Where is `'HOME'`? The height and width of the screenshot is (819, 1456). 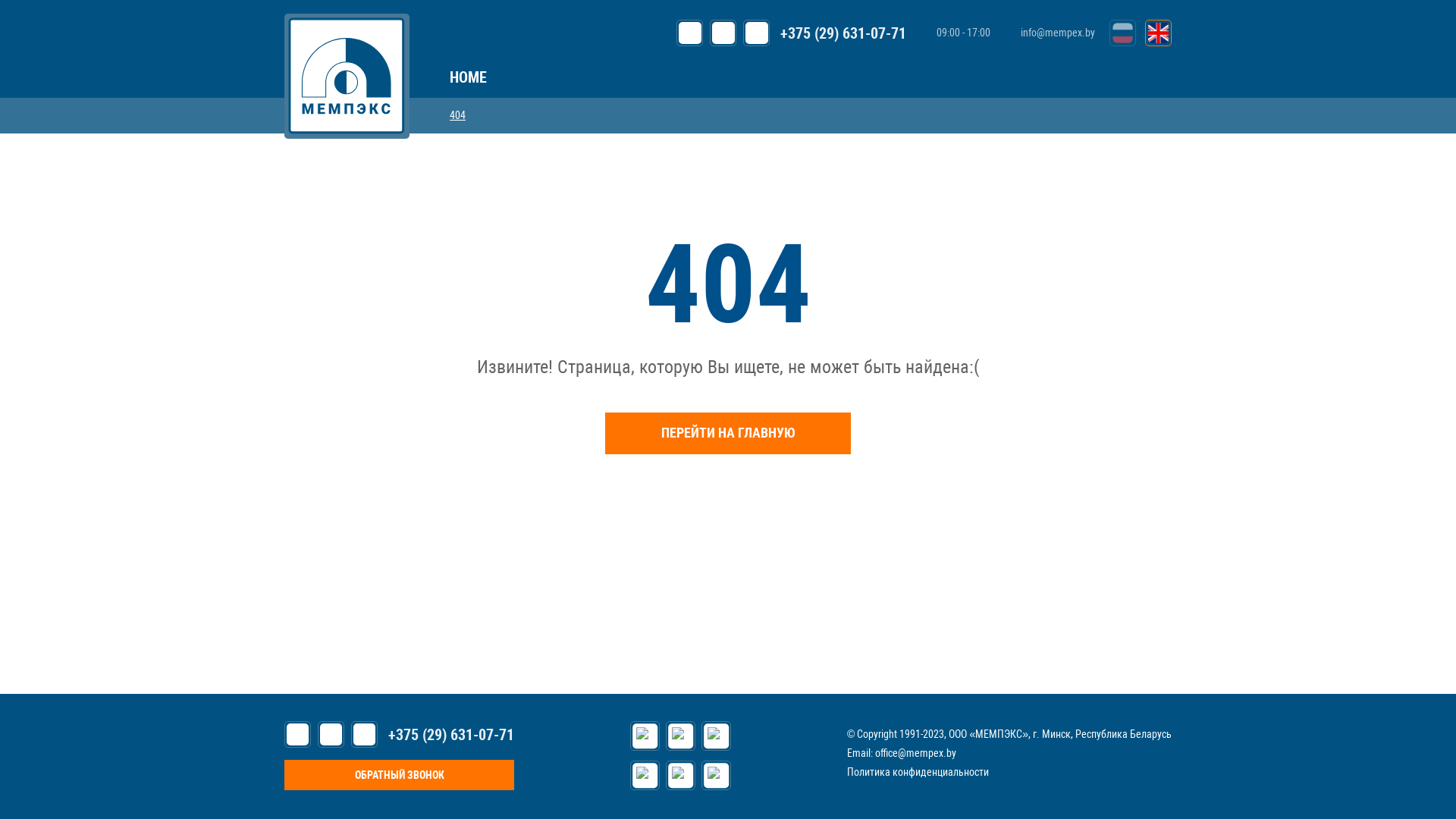 'HOME' is located at coordinates (467, 77).